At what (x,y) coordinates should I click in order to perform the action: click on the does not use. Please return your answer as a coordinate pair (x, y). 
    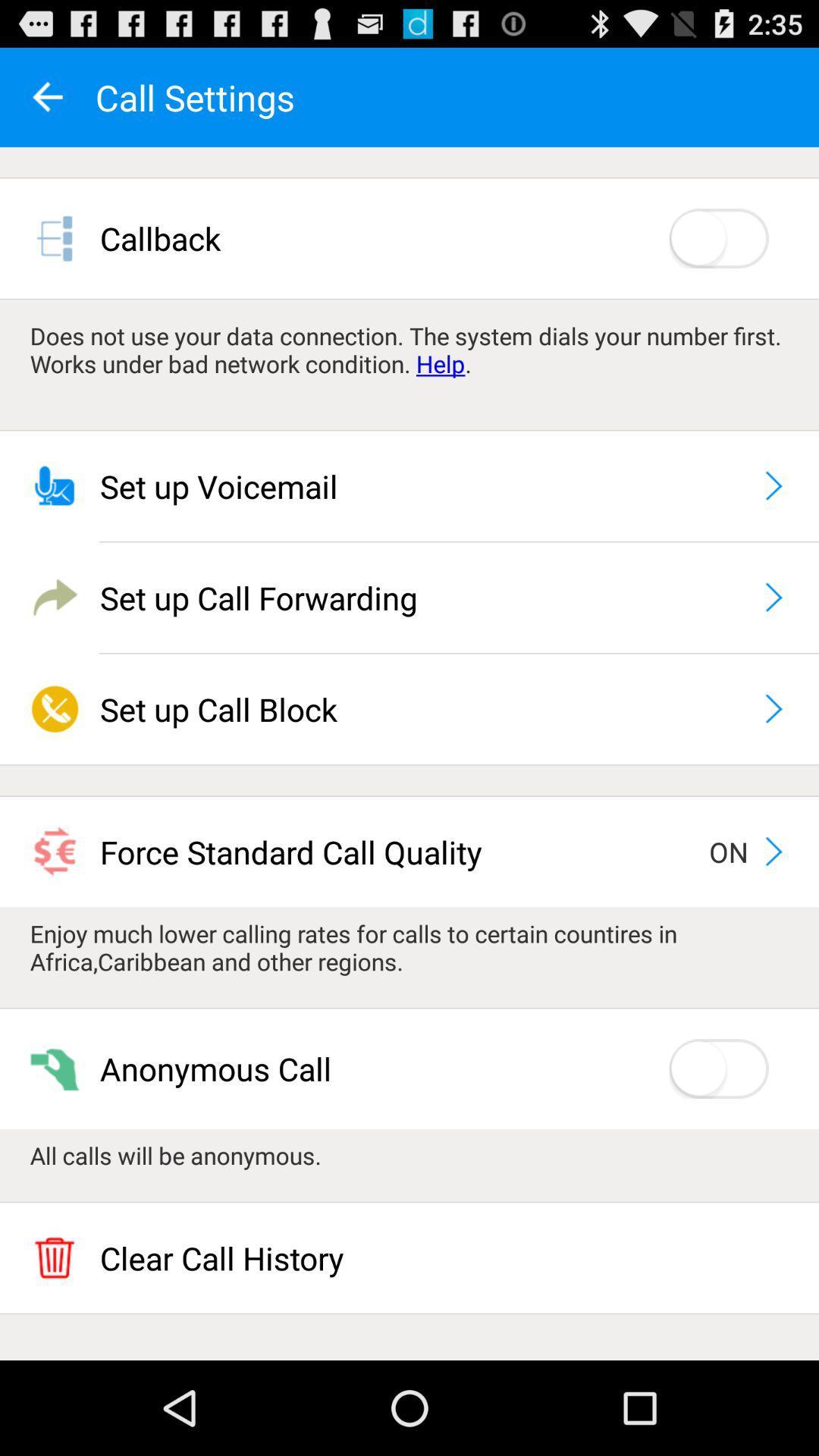
    Looking at the image, I should click on (409, 349).